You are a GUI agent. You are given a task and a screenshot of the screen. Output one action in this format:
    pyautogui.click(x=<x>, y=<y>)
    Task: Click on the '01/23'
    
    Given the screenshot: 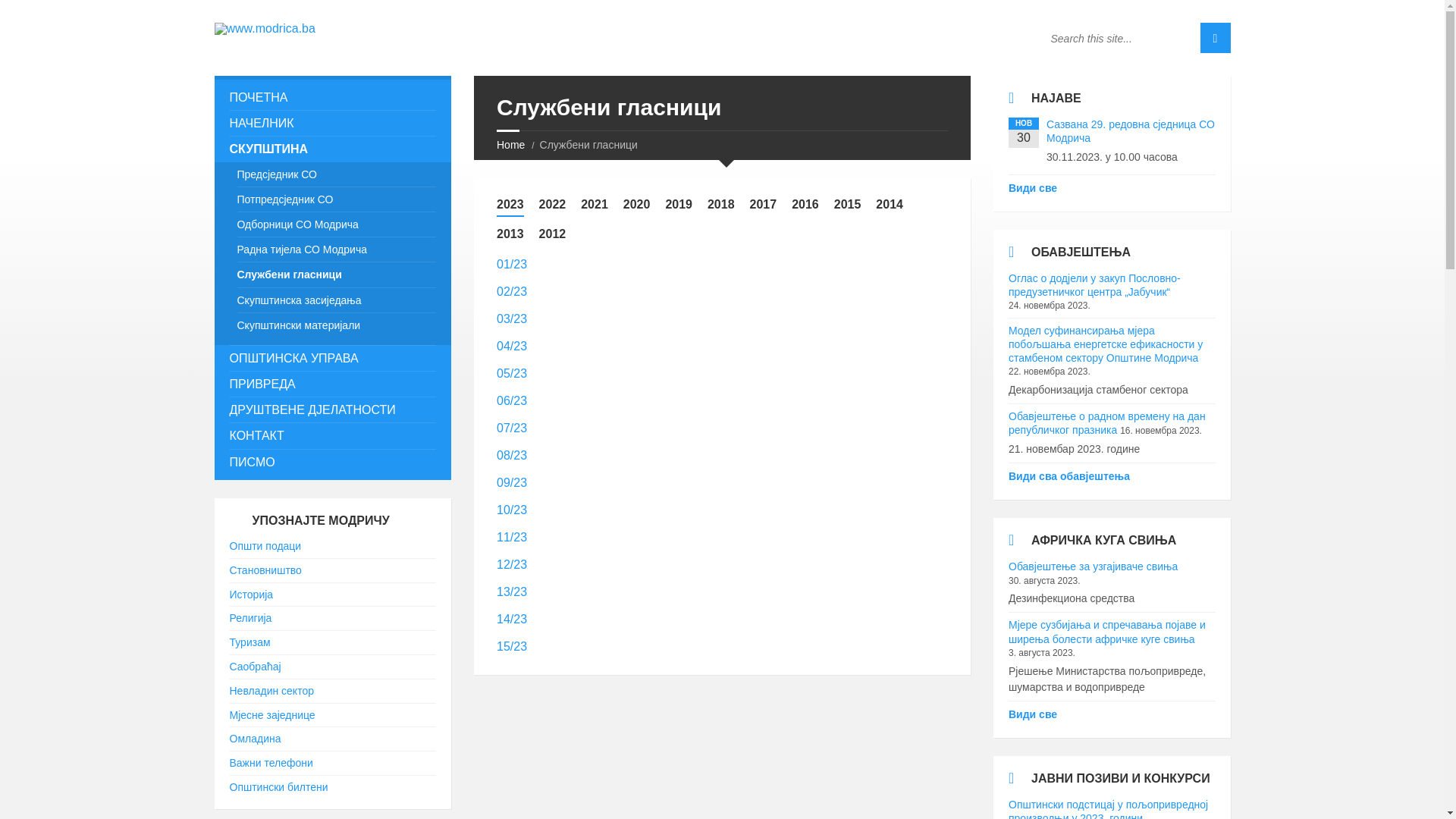 What is the action you would take?
    pyautogui.click(x=496, y=263)
    